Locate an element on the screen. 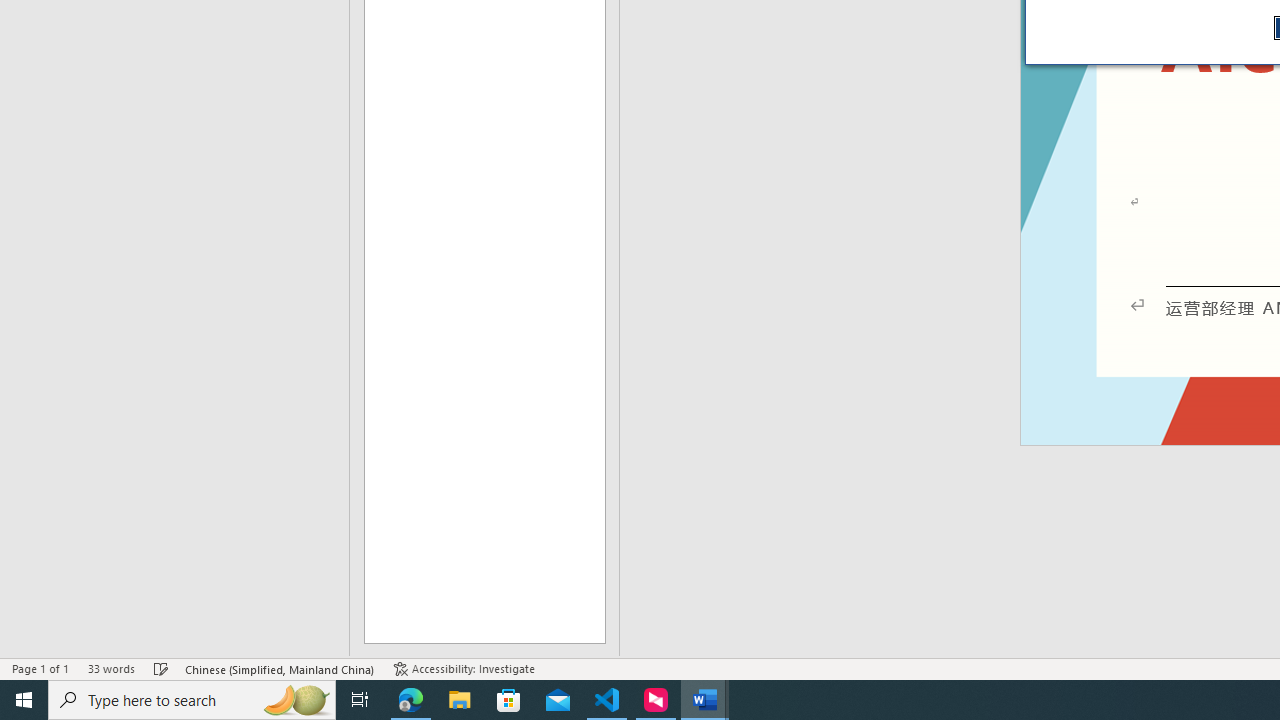 This screenshot has width=1280, height=720. 'Type here to search' is located at coordinates (192, 698).